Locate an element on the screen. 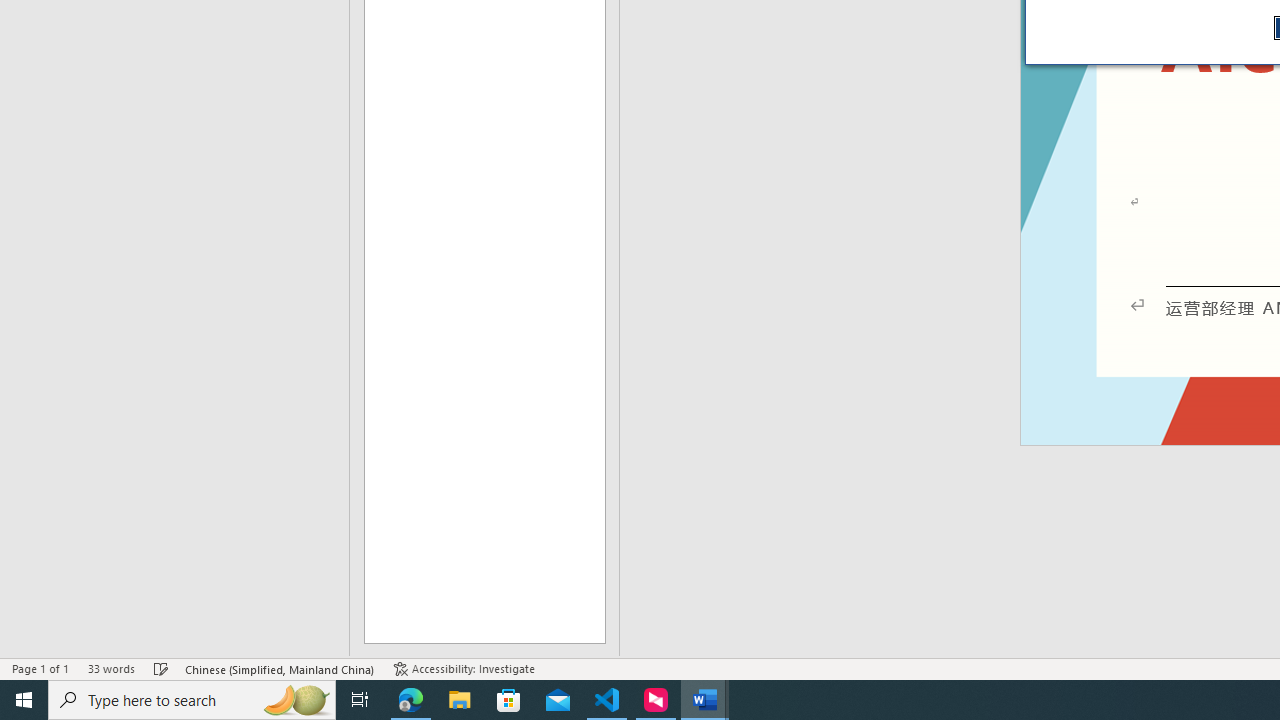 This screenshot has width=1280, height=720. 'Type here to search' is located at coordinates (192, 698).